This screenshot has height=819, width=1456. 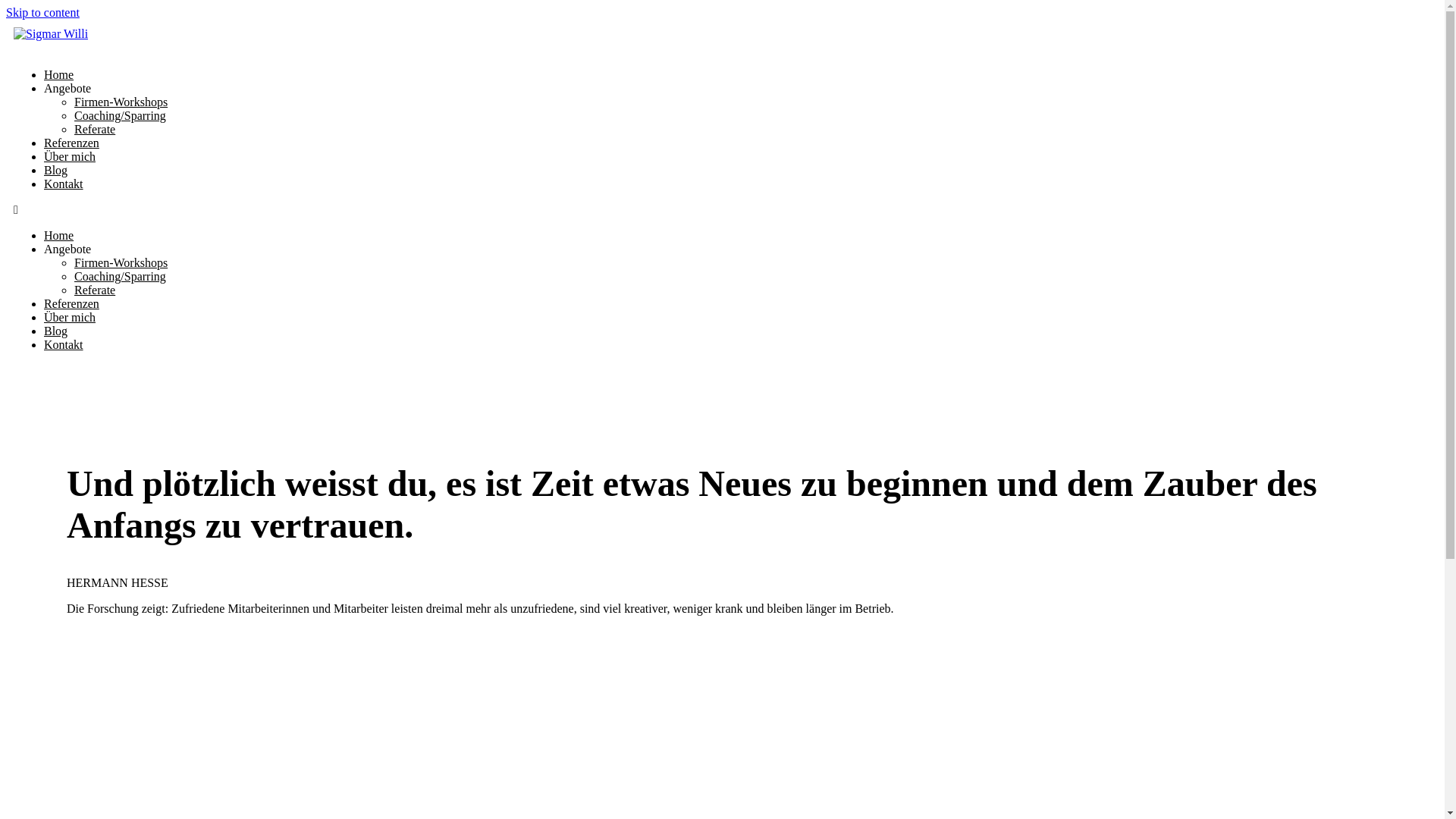 I want to click on 'Skip to content', so click(x=42, y=12).